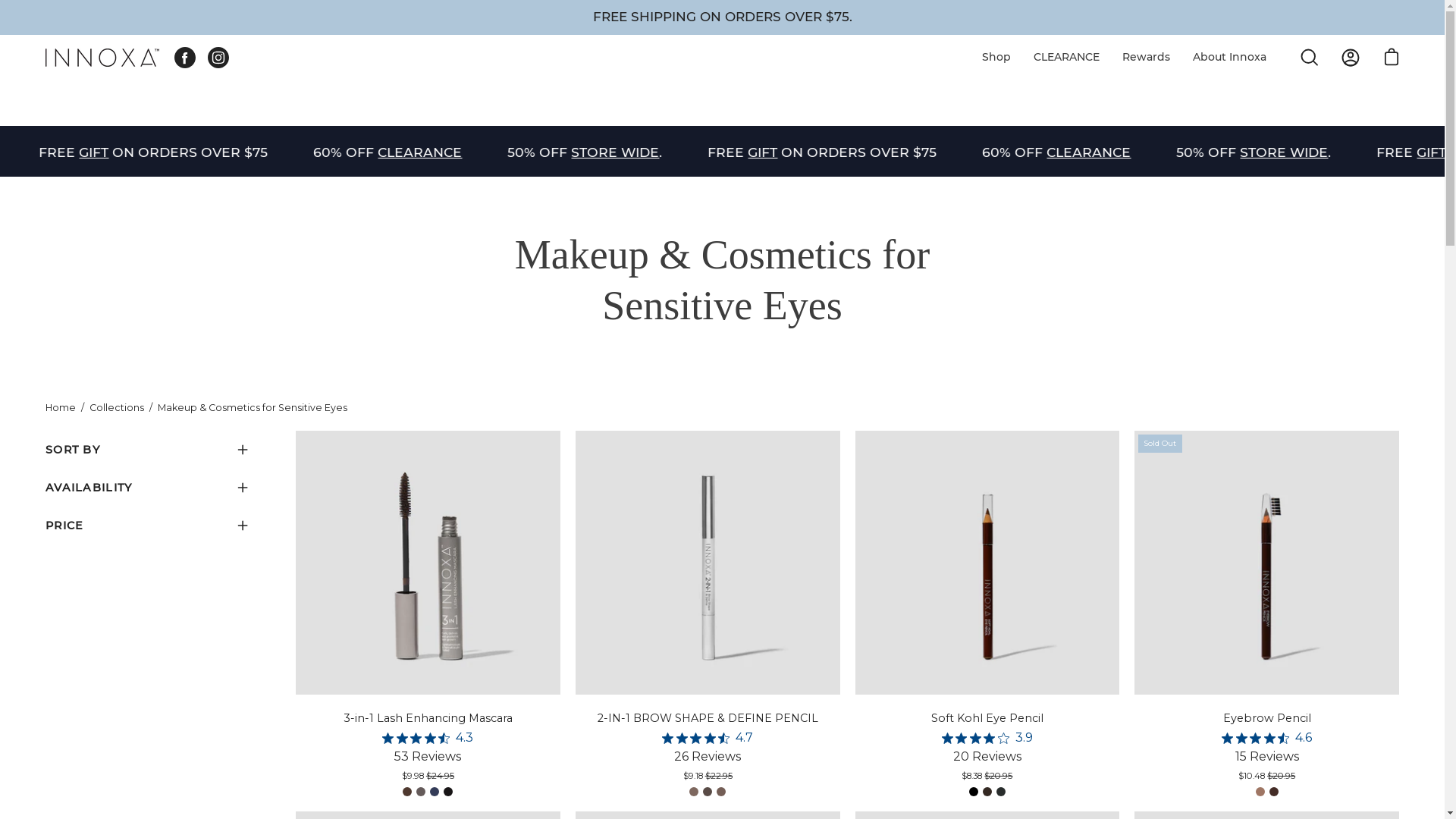 Image resolution: width=1456 pixels, height=819 pixels. I want to click on 'OPEN CART', so click(1391, 57).